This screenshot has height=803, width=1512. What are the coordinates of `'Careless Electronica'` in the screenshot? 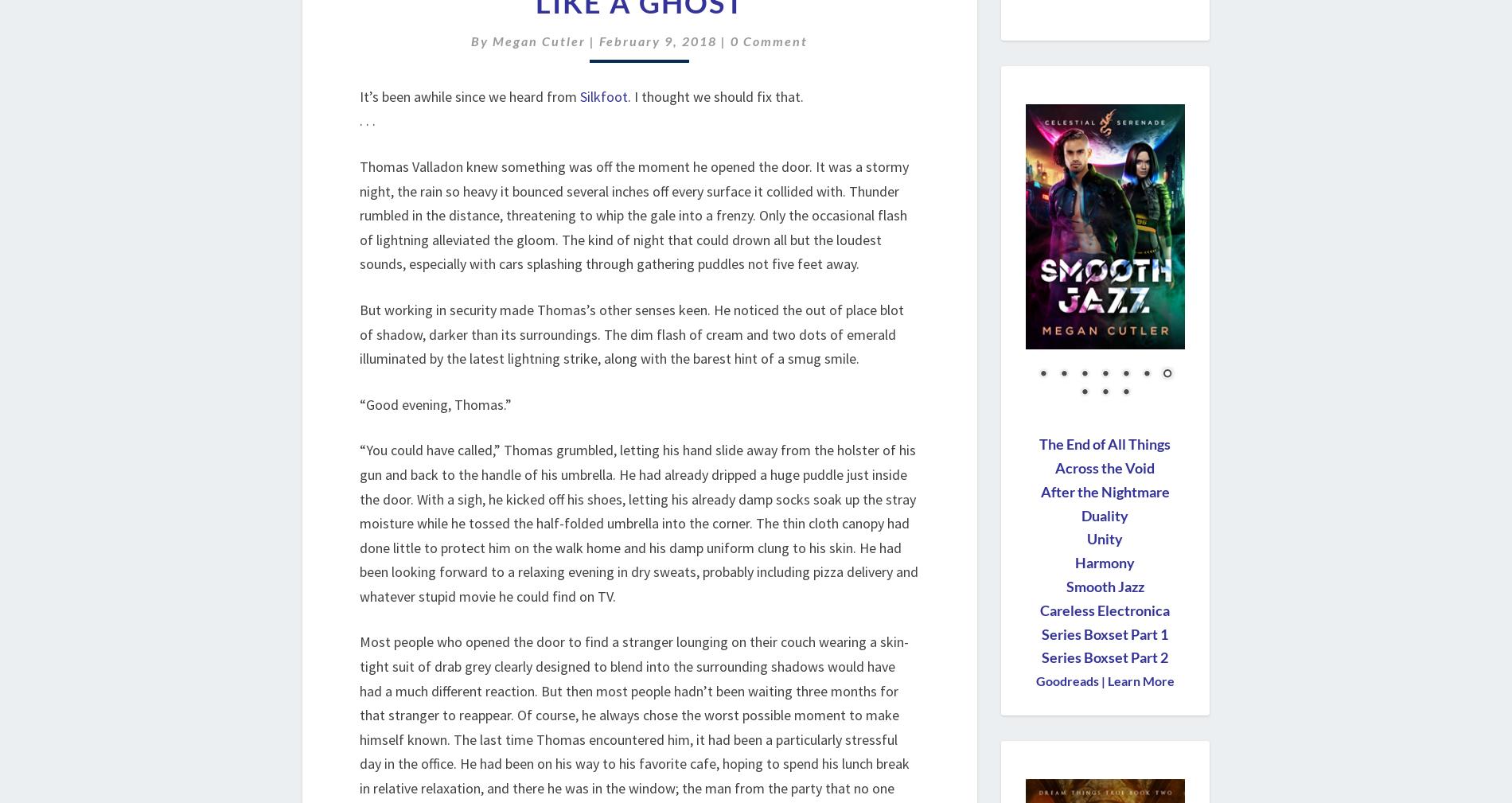 It's located at (1104, 610).